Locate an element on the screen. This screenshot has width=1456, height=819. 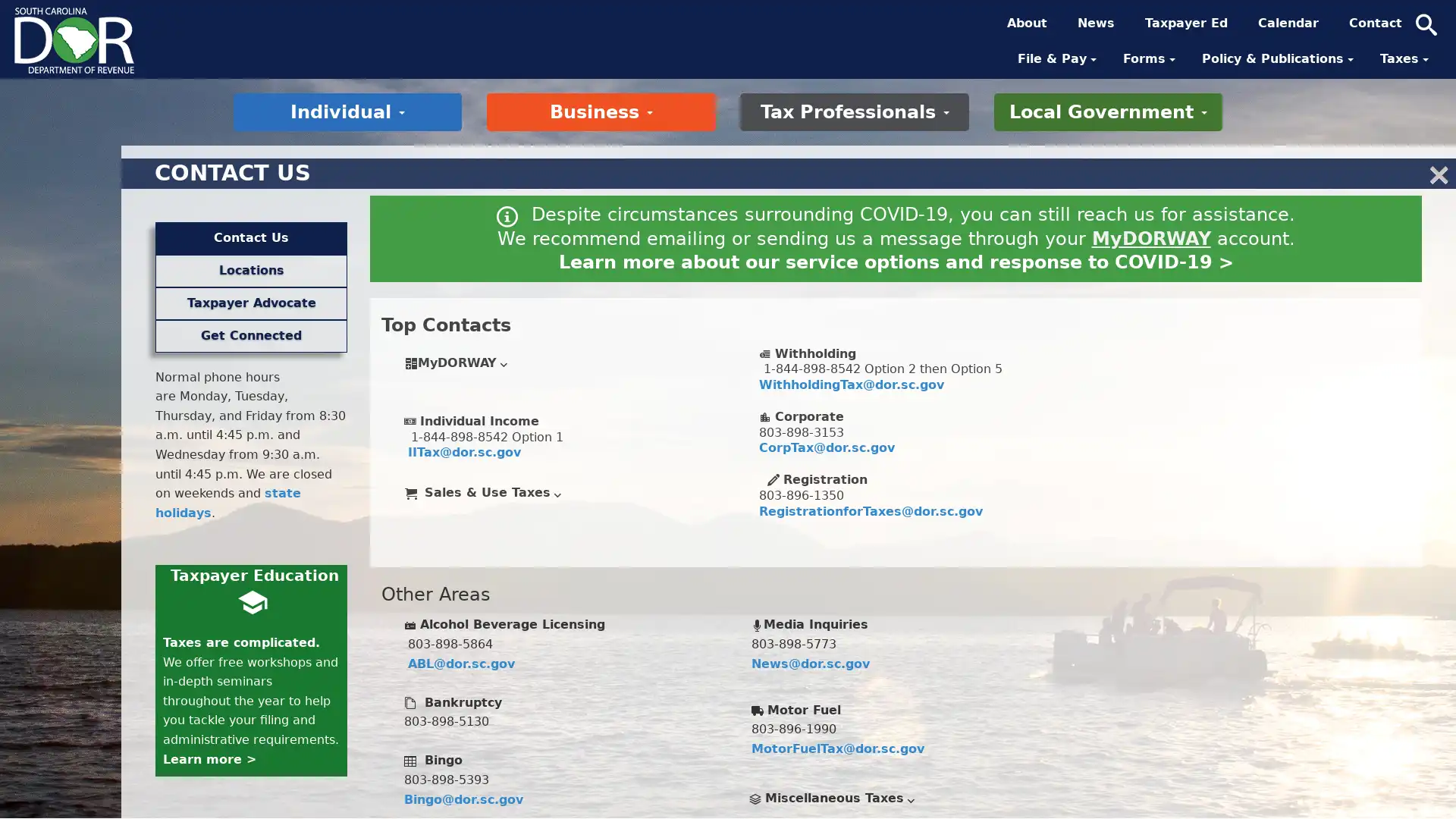
Business is located at coordinates (600, 110).